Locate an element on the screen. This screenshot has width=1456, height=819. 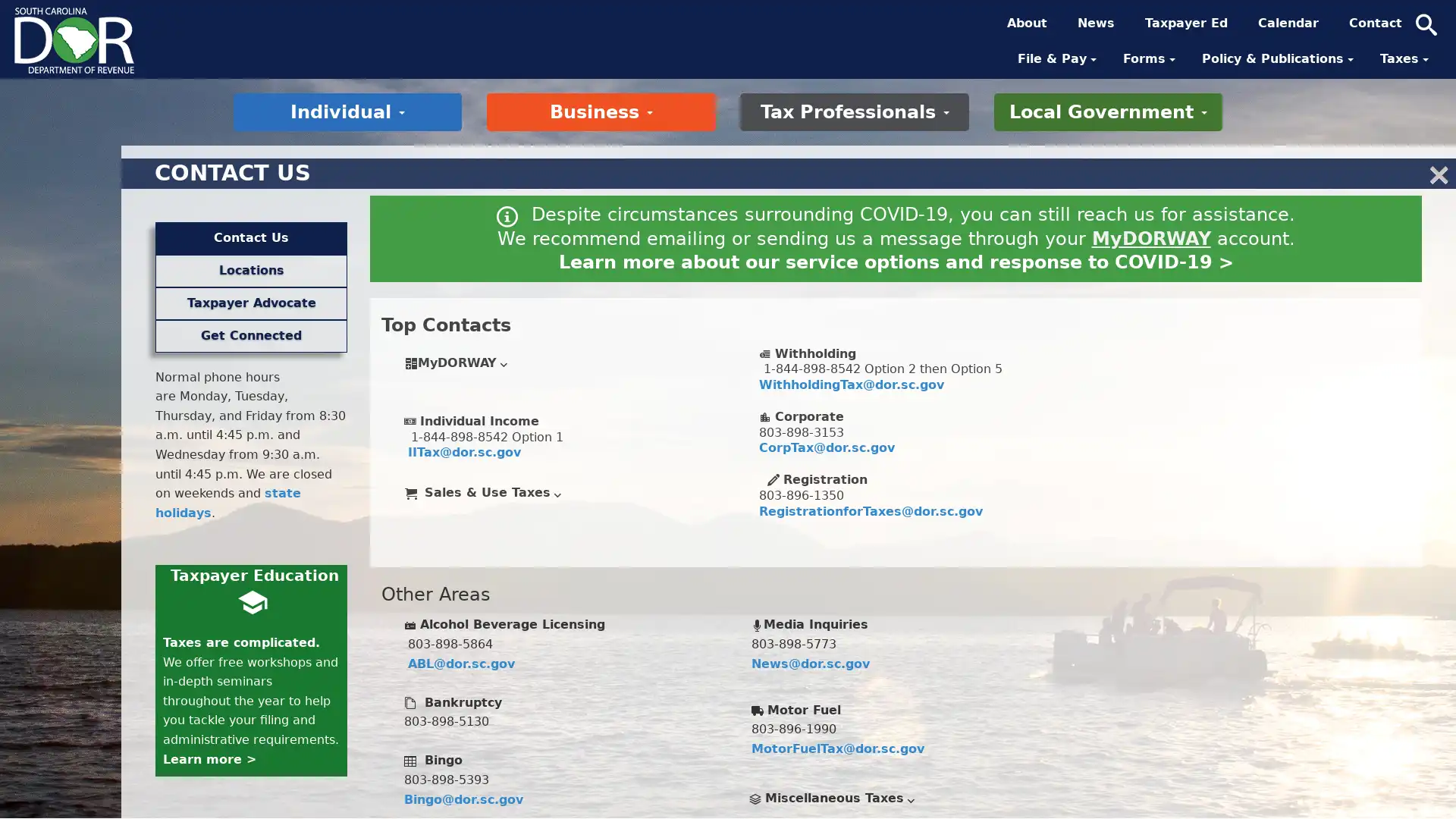
Business is located at coordinates (600, 110).